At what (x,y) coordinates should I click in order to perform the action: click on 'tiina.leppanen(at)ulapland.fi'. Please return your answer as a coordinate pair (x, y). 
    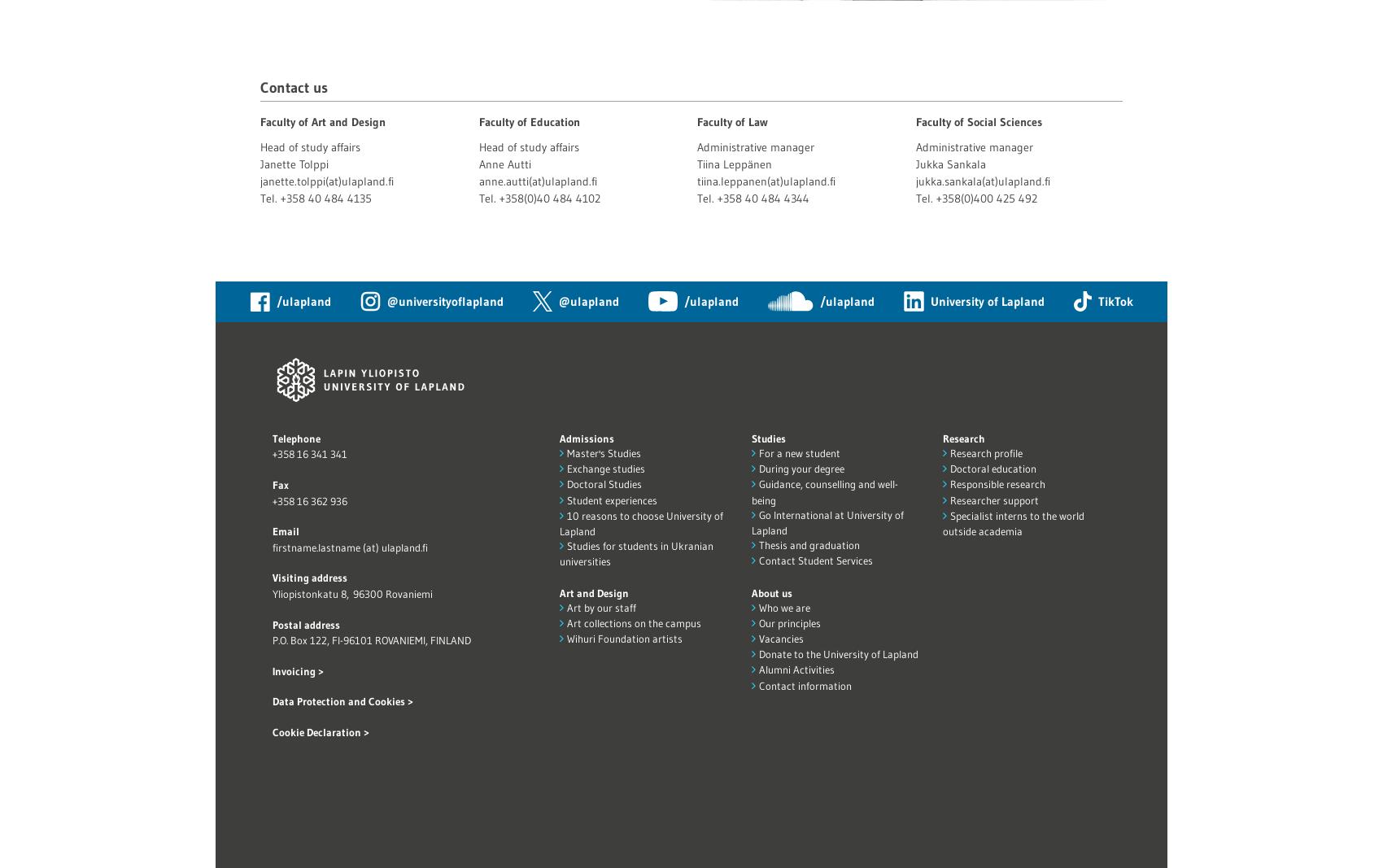
    Looking at the image, I should click on (696, 181).